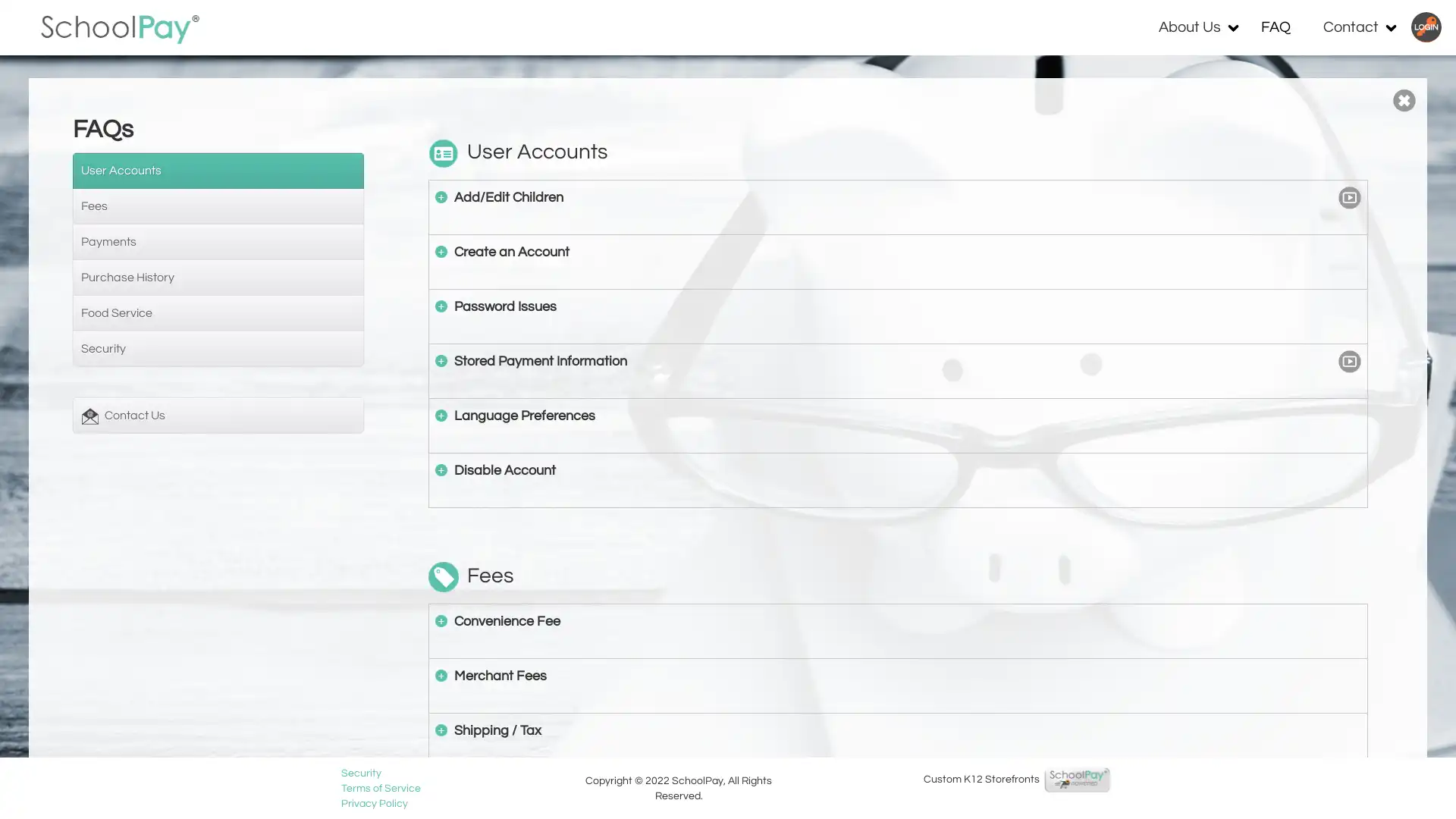  I want to click on Go Back to Login, so click(1403, 100).